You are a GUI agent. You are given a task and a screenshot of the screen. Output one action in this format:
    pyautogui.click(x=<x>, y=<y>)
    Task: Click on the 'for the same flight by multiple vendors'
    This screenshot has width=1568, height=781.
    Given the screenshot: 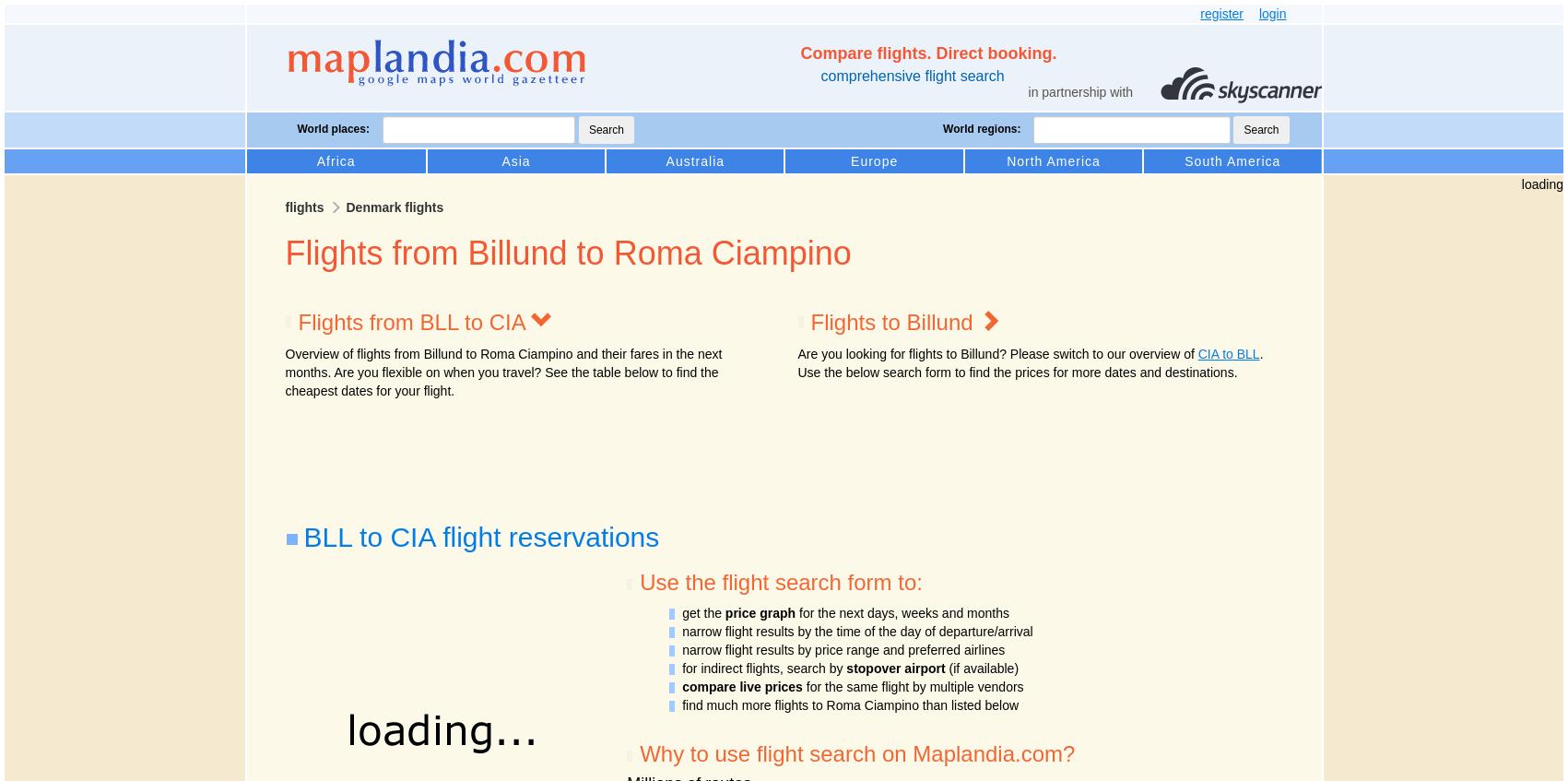 What is the action you would take?
    pyautogui.click(x=912, y=685)
    